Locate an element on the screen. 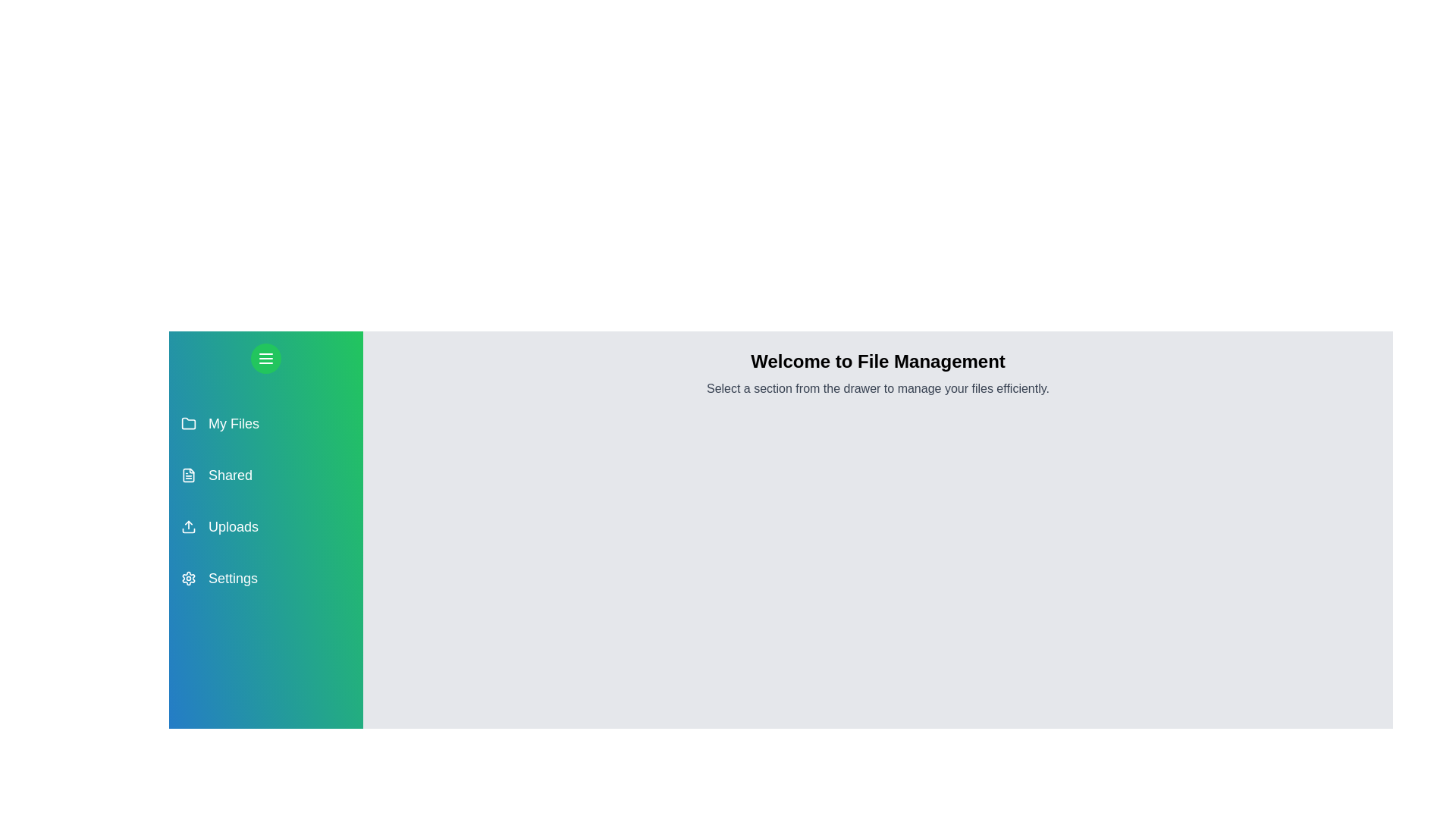 This screenshot has width=1456, height=819. the section Shared in the drawer to observe its hover effect is located at coordinates (265, 475).